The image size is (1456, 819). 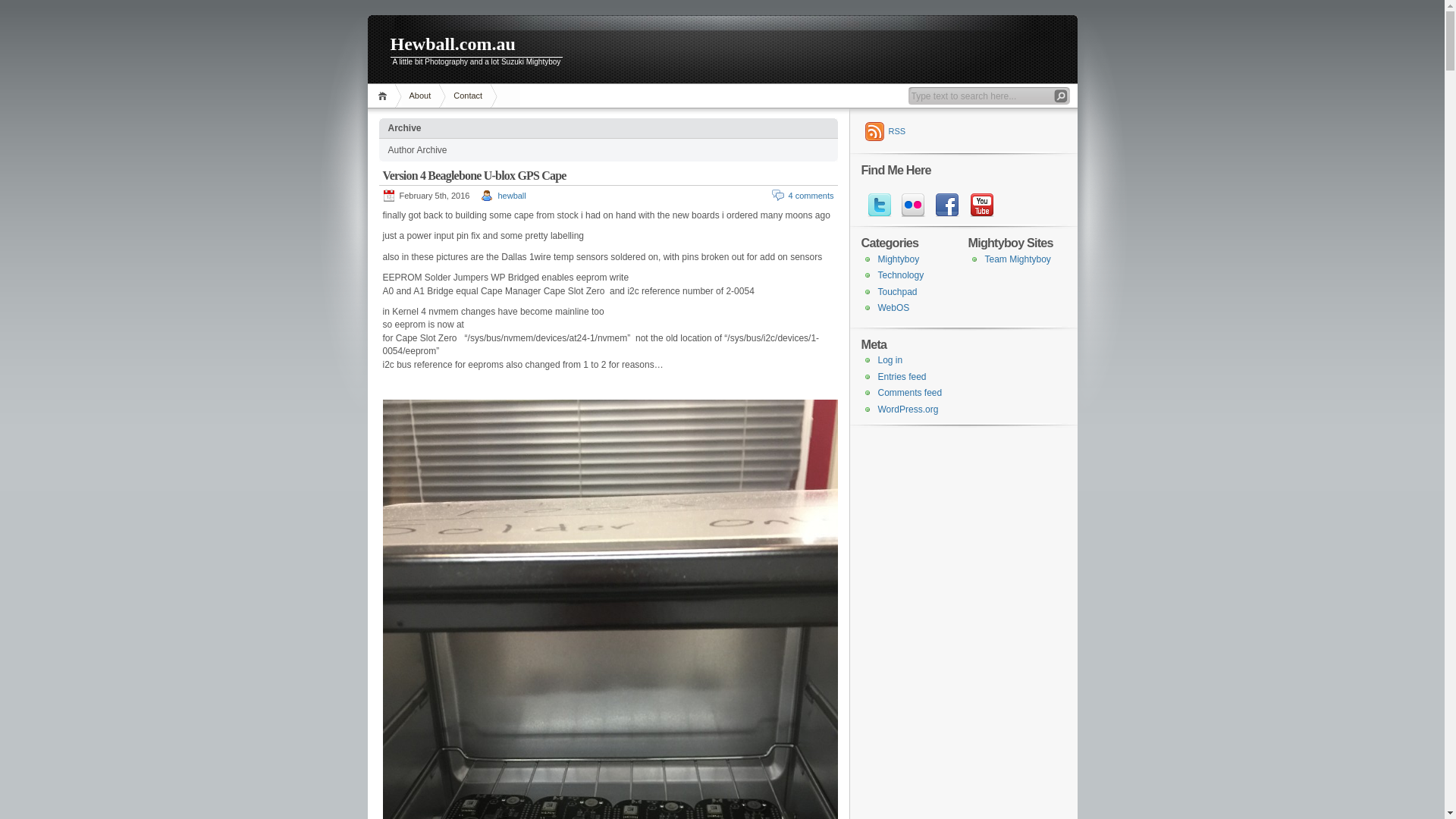 I want to click on 'Home', so click(x=384, y=96).